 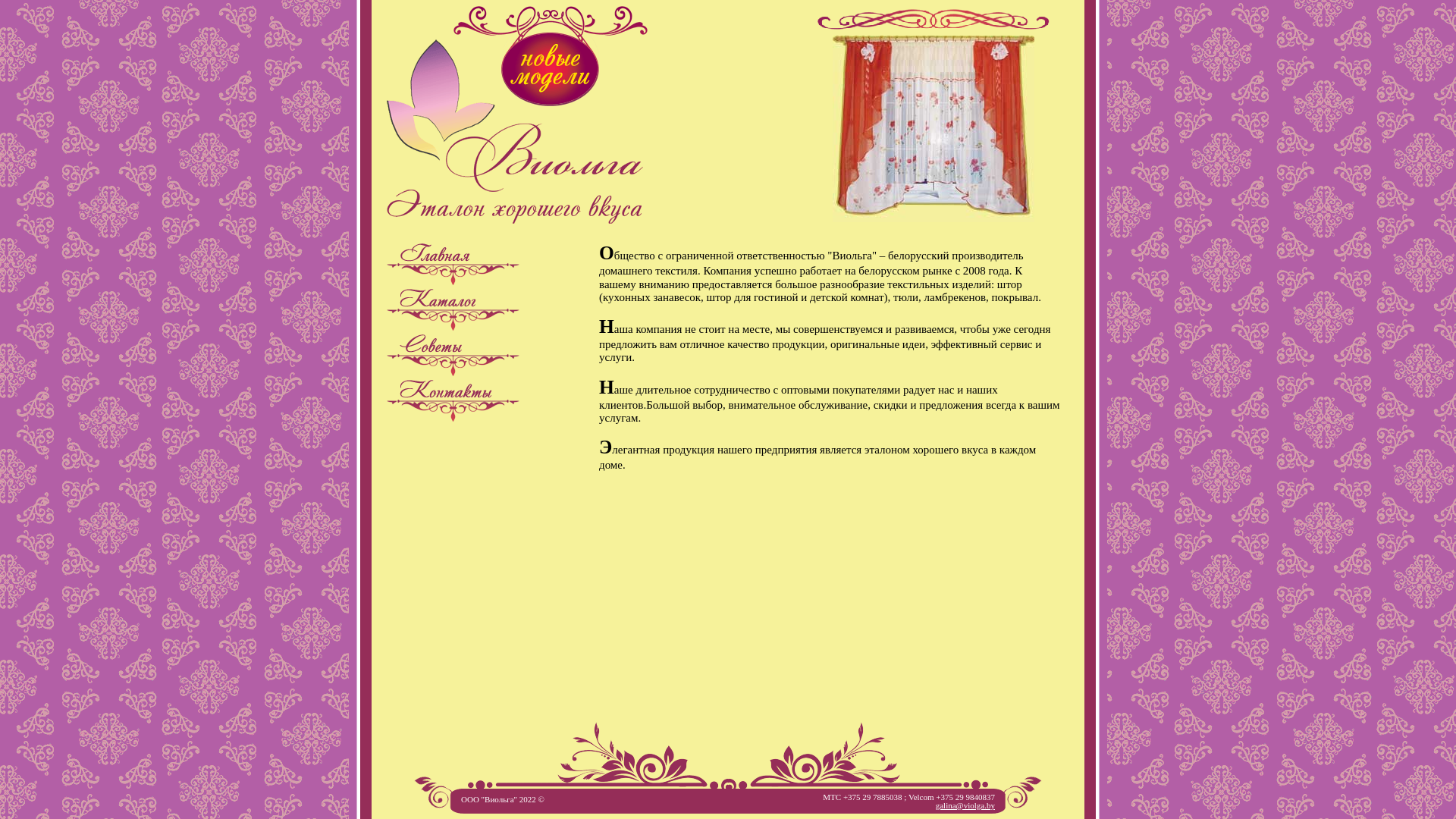 I want to click on 'galina@violga.by', so click(x=964, y=804).